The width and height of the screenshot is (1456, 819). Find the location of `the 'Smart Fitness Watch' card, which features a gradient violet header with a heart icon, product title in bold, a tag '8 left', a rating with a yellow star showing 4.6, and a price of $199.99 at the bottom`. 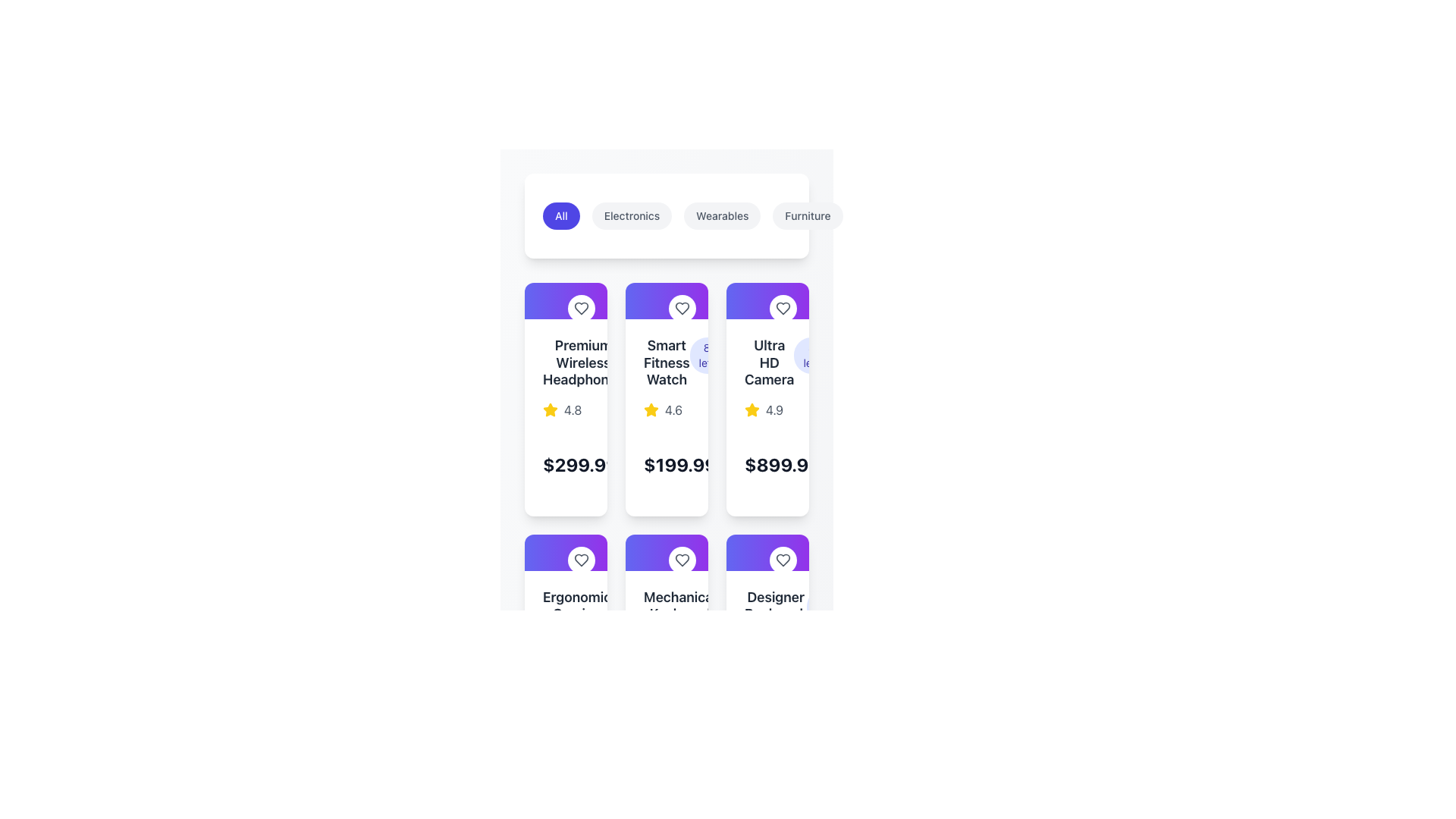

the 'Smart Fitness Watch' card, which features a gradient violet header with a heart icon, product title in bold, a tag '8 left', a rating with a yellow star showing 4.6, and a price of $199.99 at the bottom is located at coordinates (667, 398).